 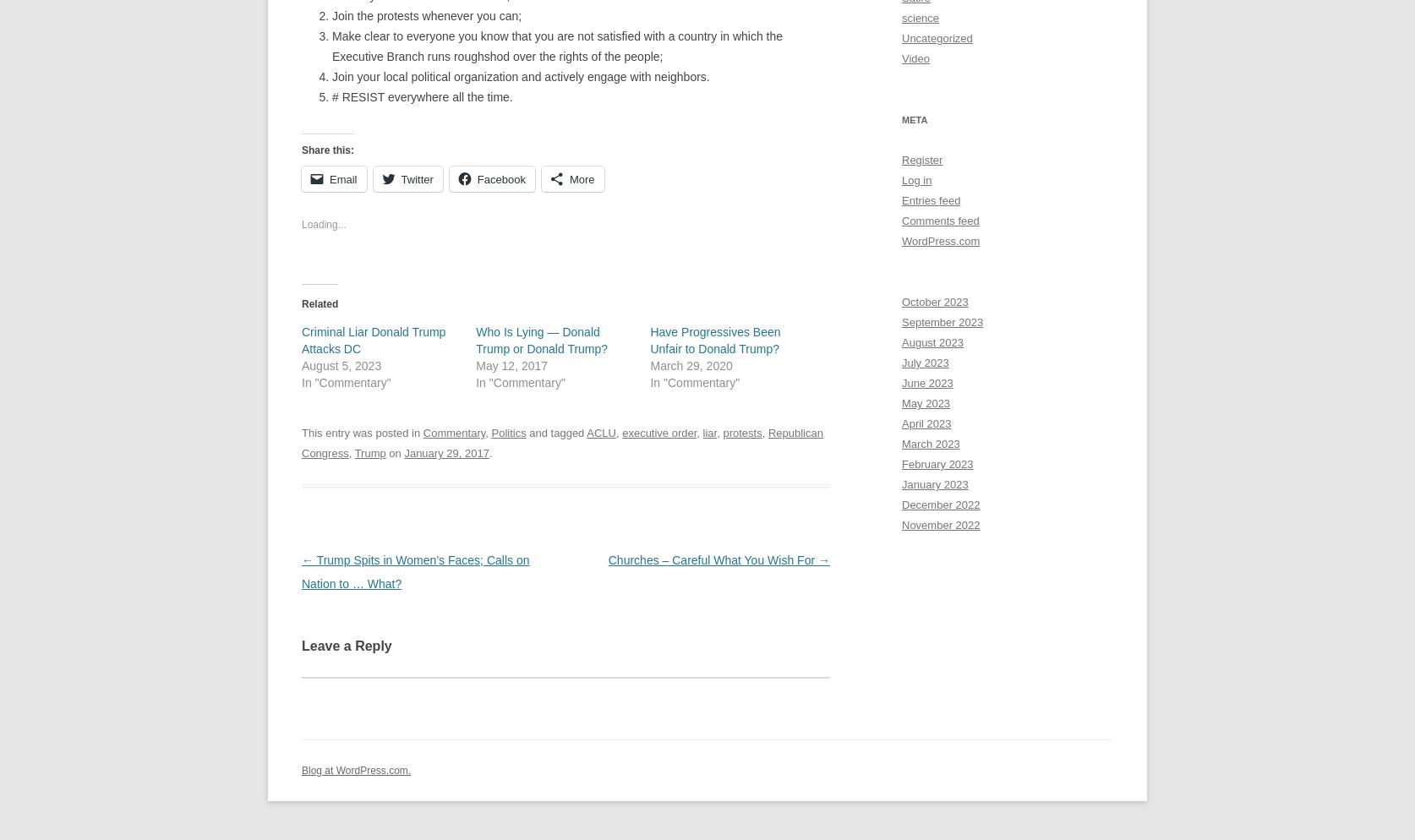 I want to click on 'Facebook', so click(x=500, y=178).